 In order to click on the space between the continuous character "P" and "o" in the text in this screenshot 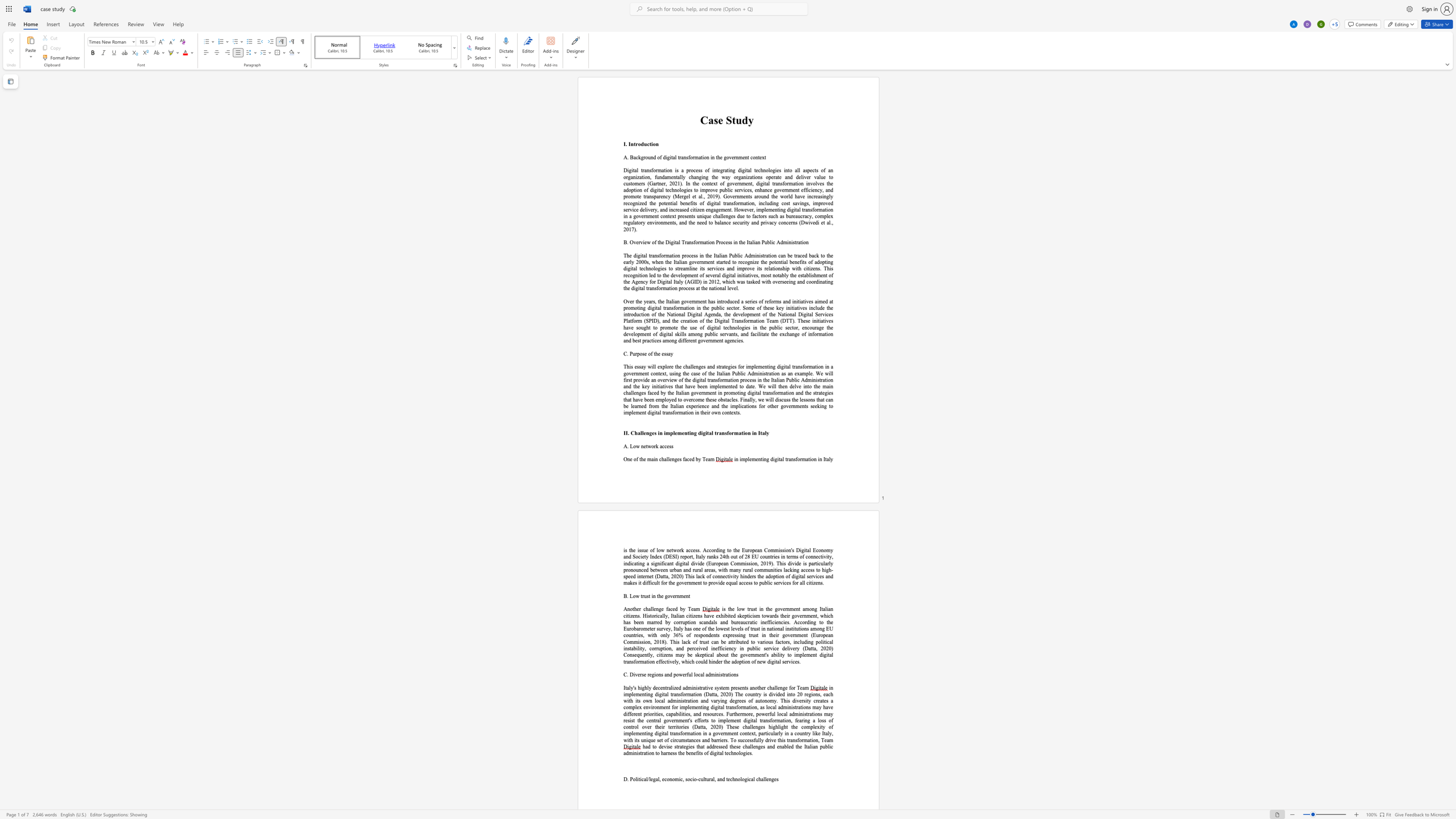, I will do `click(632, 779)`.